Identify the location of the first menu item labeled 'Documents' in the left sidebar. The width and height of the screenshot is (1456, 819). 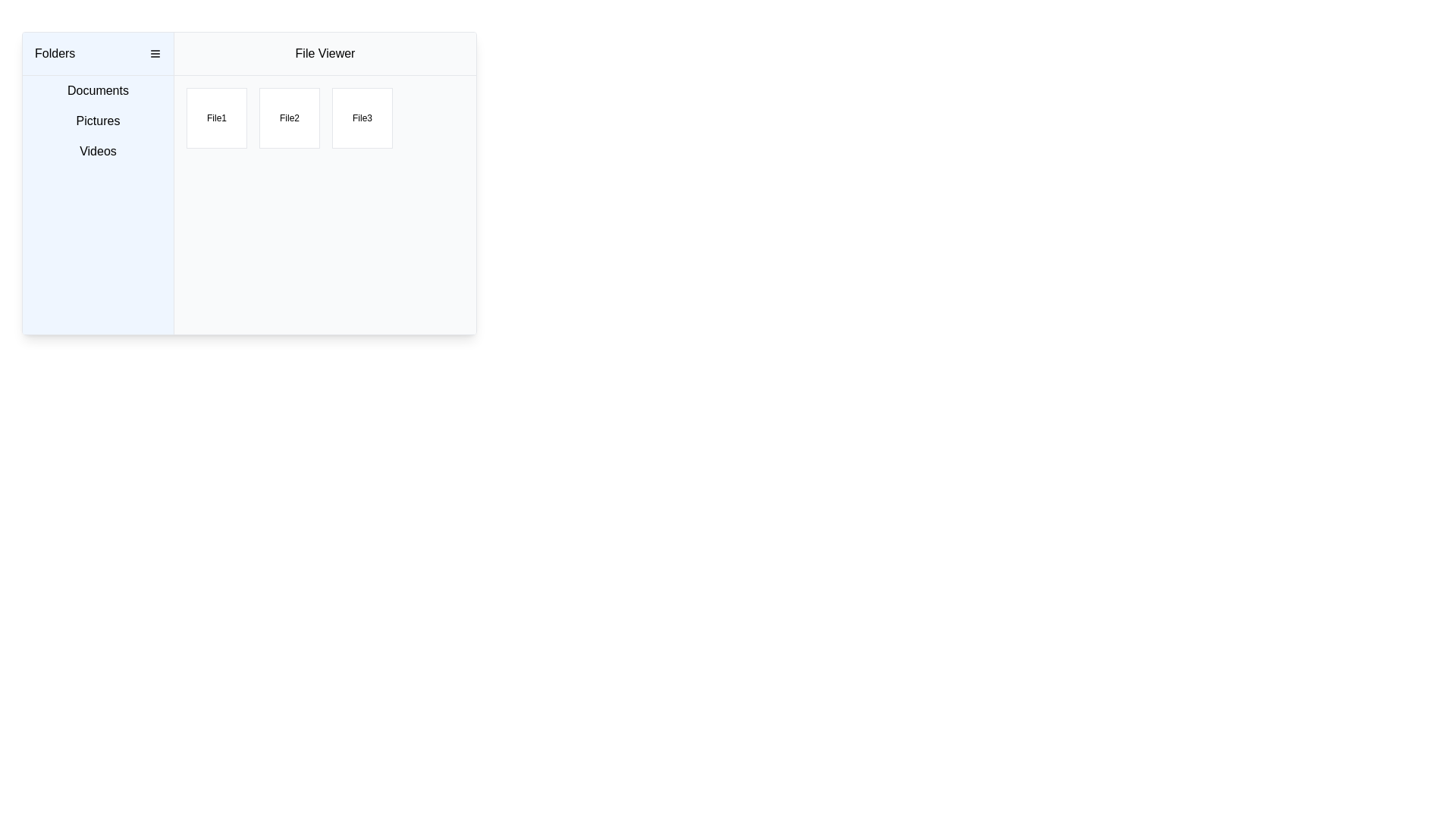
(97, 90).